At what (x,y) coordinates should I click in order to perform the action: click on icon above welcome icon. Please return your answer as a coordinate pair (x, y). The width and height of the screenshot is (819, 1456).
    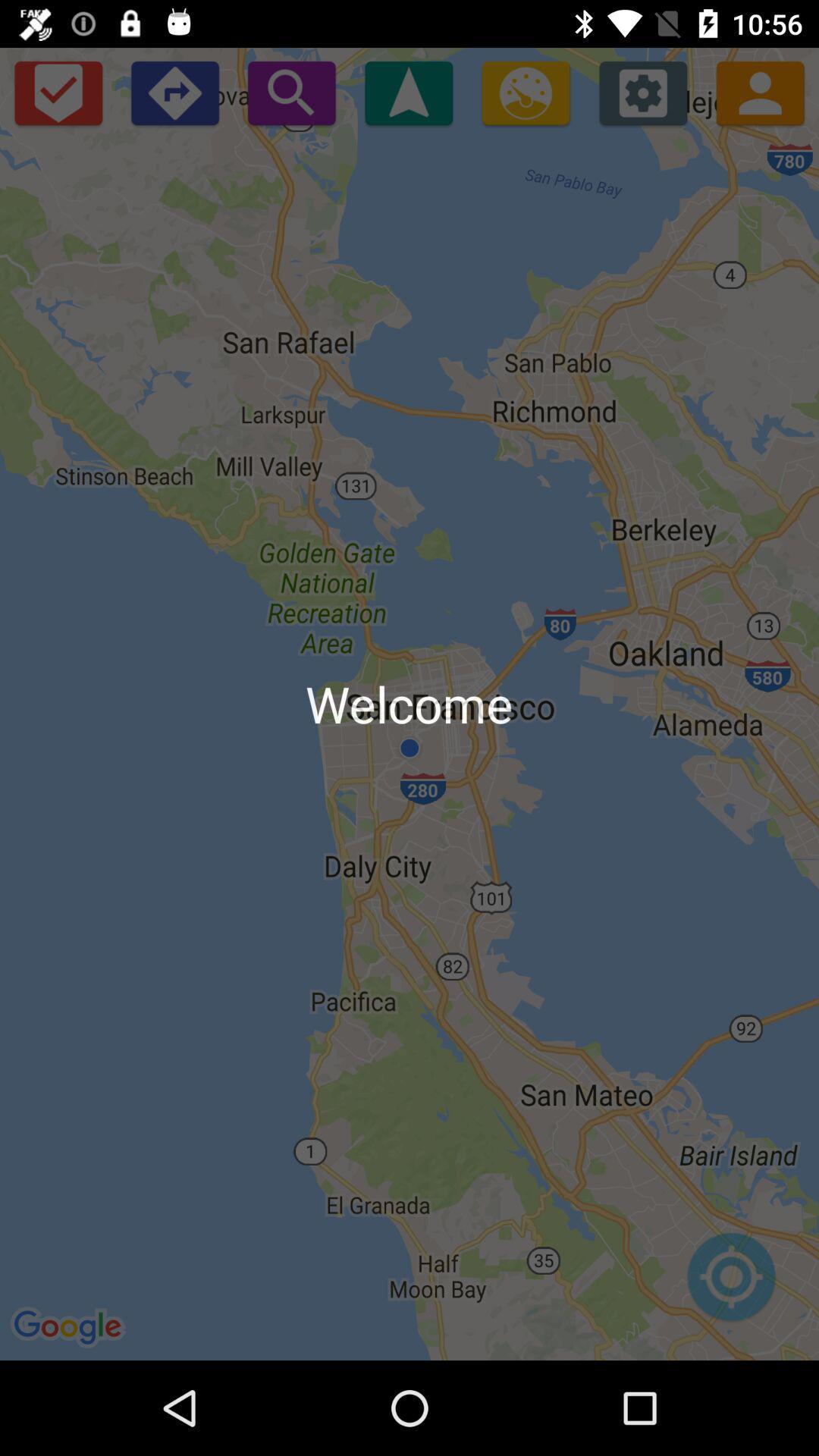
    Looking at the image, I should click on (291, 92).